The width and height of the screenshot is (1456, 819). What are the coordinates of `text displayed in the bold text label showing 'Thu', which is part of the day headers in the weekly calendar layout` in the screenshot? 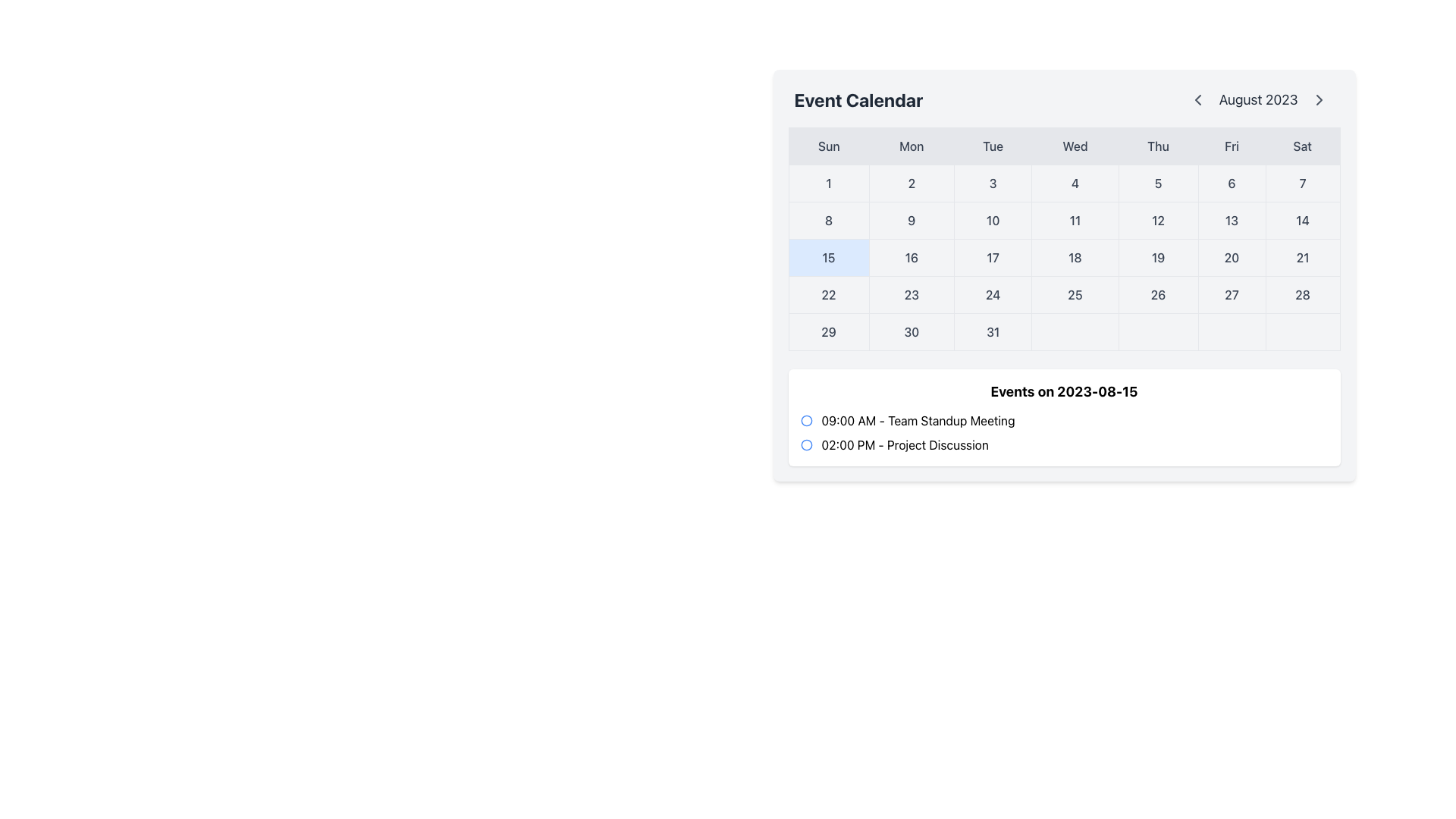 It's located at (1157, 146).